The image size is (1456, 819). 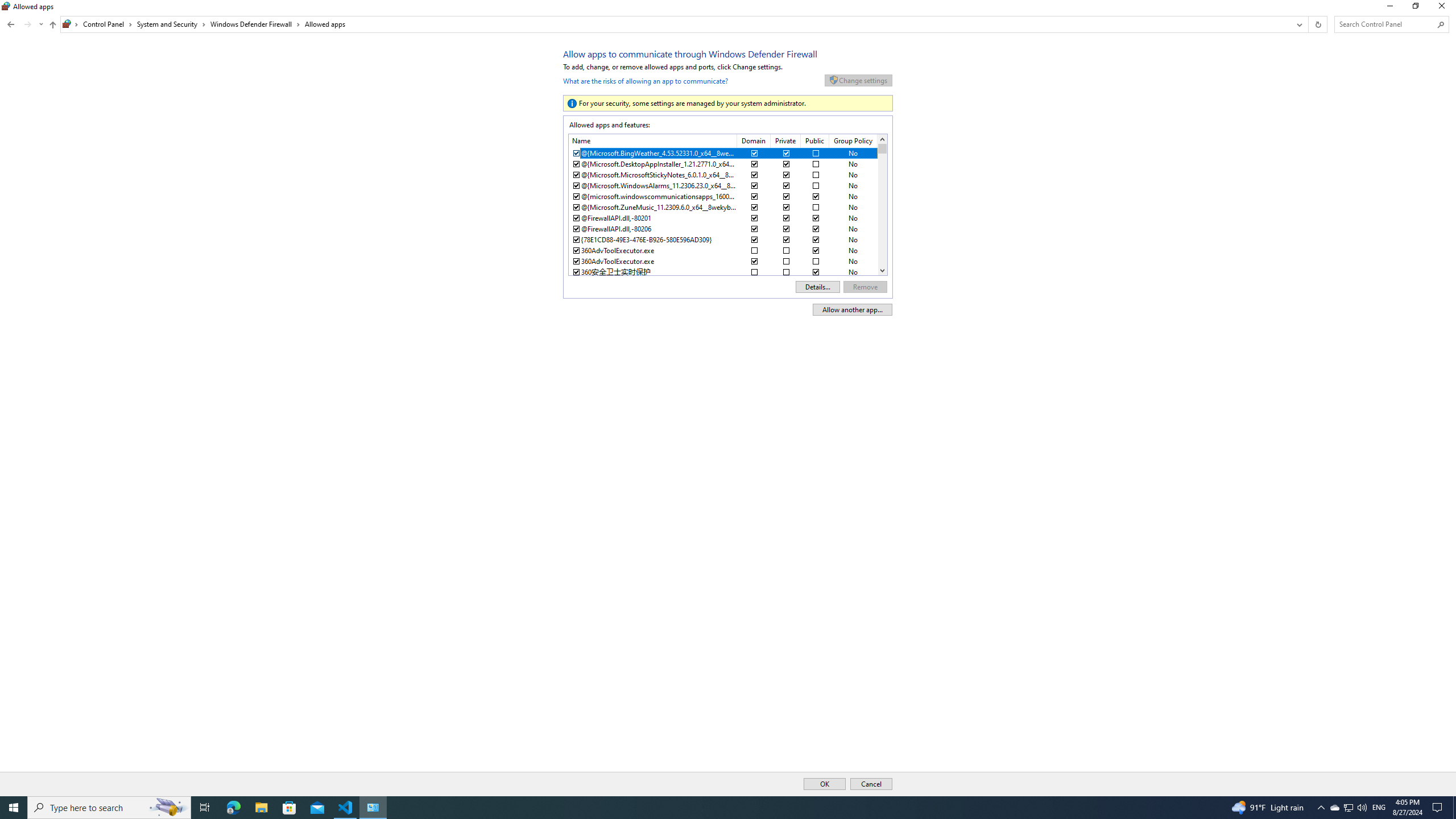 I want to click on 'Microsoft Edge', so click(x=233, y=806).